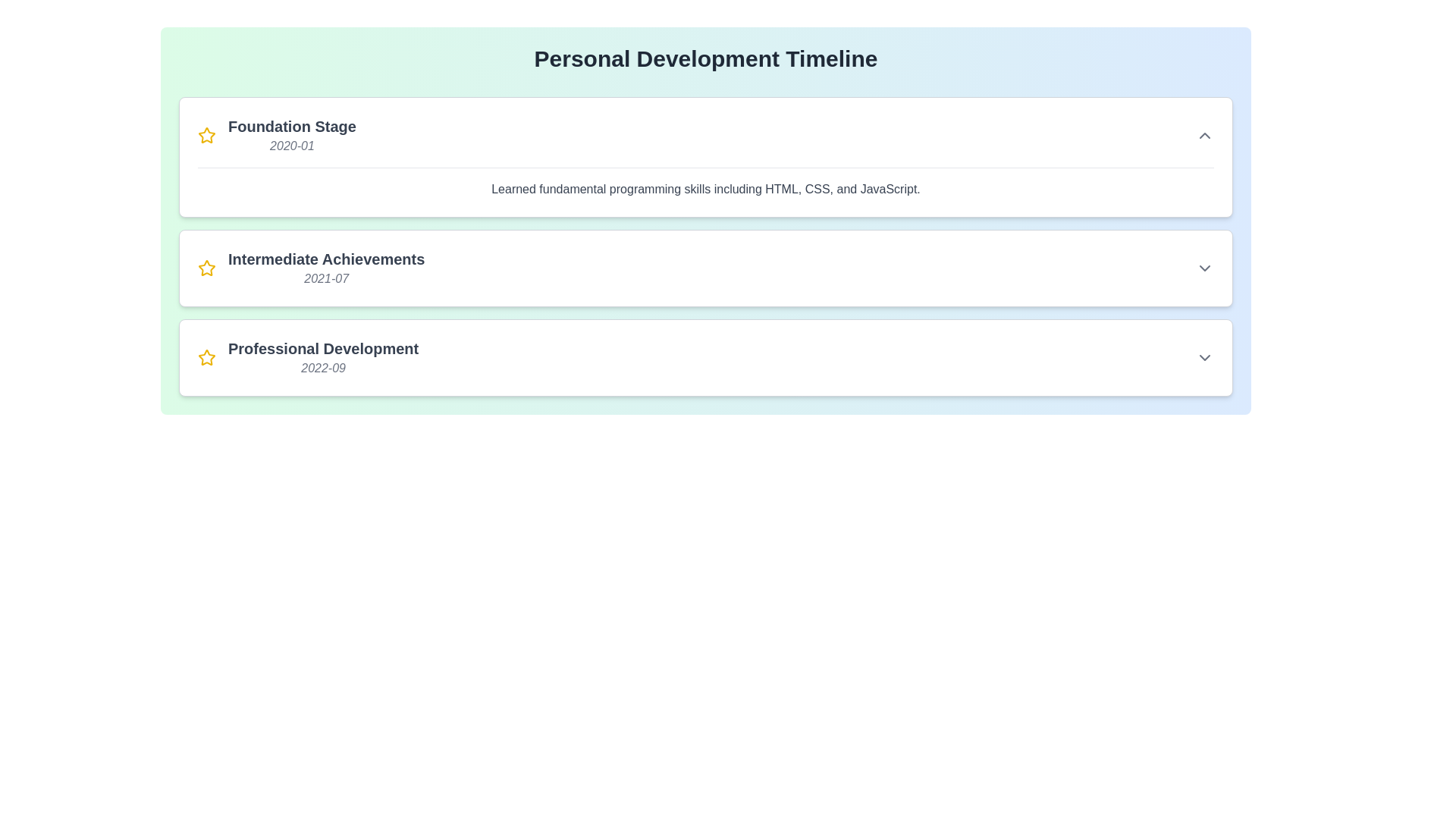 The height and width of the screenshot is (819, 1456). I want to click on the 'Professional Development' timeline step element, which features bold text 'Professional Development' and italic text '2022-09', alongside a yellow star icon, to view context options, so click(307, 357).